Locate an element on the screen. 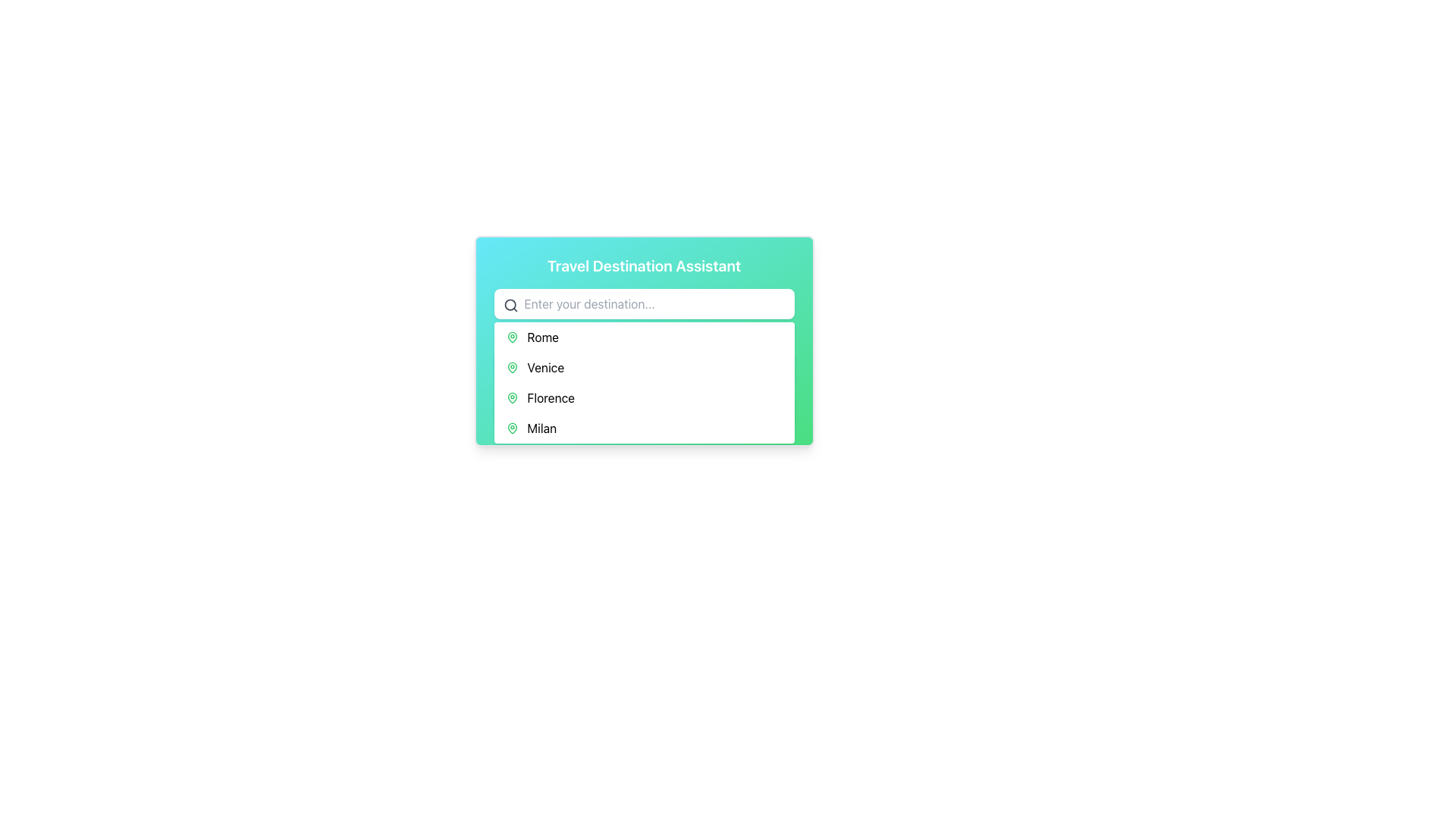 This screenshot has height=819, width=1456. the indicative search icon located at the left edge of the input field for entering destinations is located at coordinates (510, 305).